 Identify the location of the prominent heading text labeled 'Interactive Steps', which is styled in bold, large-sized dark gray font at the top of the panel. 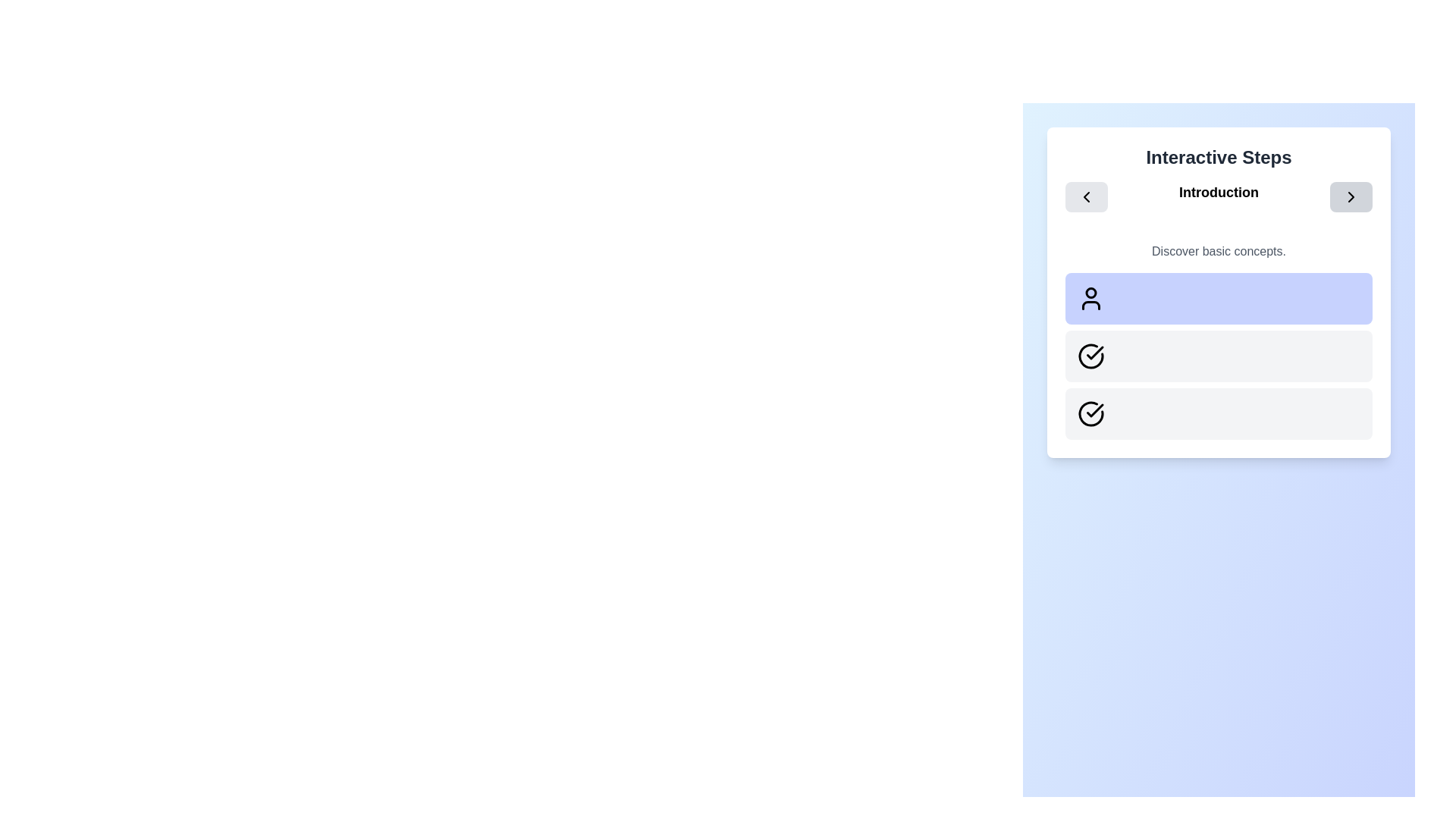
(1219, 158).